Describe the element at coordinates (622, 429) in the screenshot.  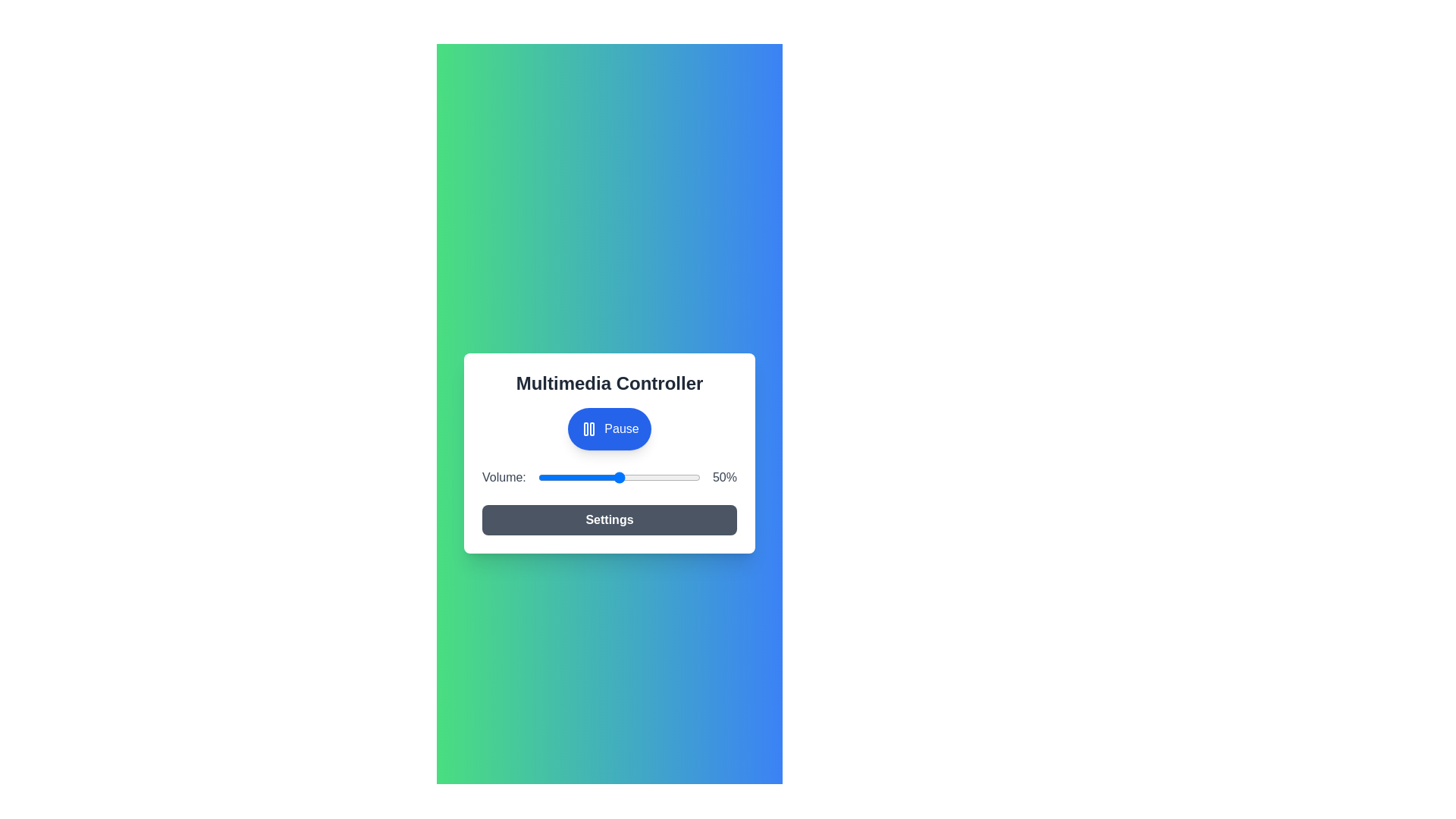
I see `the 'pause' text label within the multimedia controller button` at that location.